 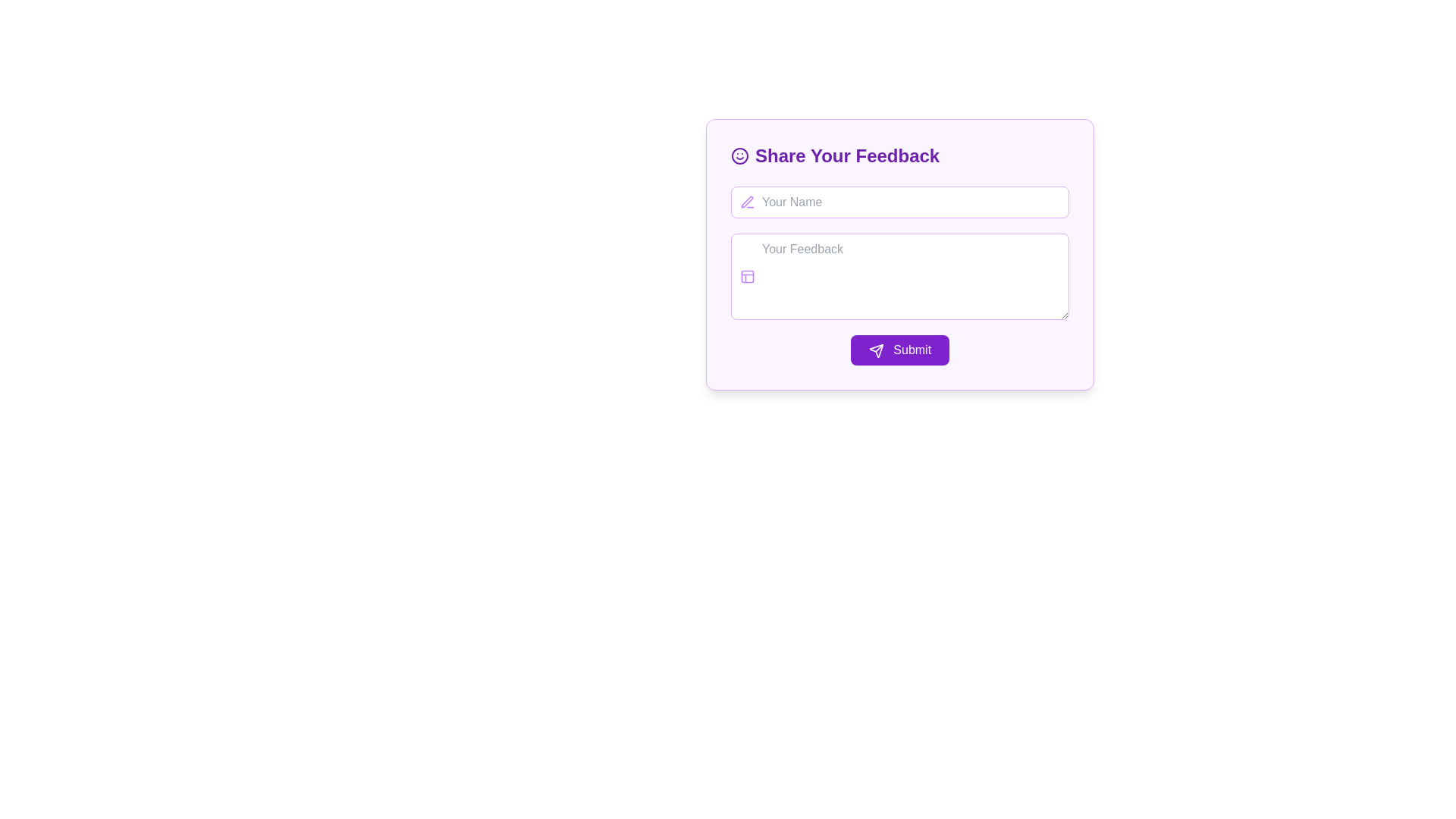 What do you see at coordinates (739, 155) in the screenshot?
I see `the purple circular icon resembling a smiling face, which is located to the left of the 'Share Your Feedback' text in the feedback form header` at bounding box center [739, 155].